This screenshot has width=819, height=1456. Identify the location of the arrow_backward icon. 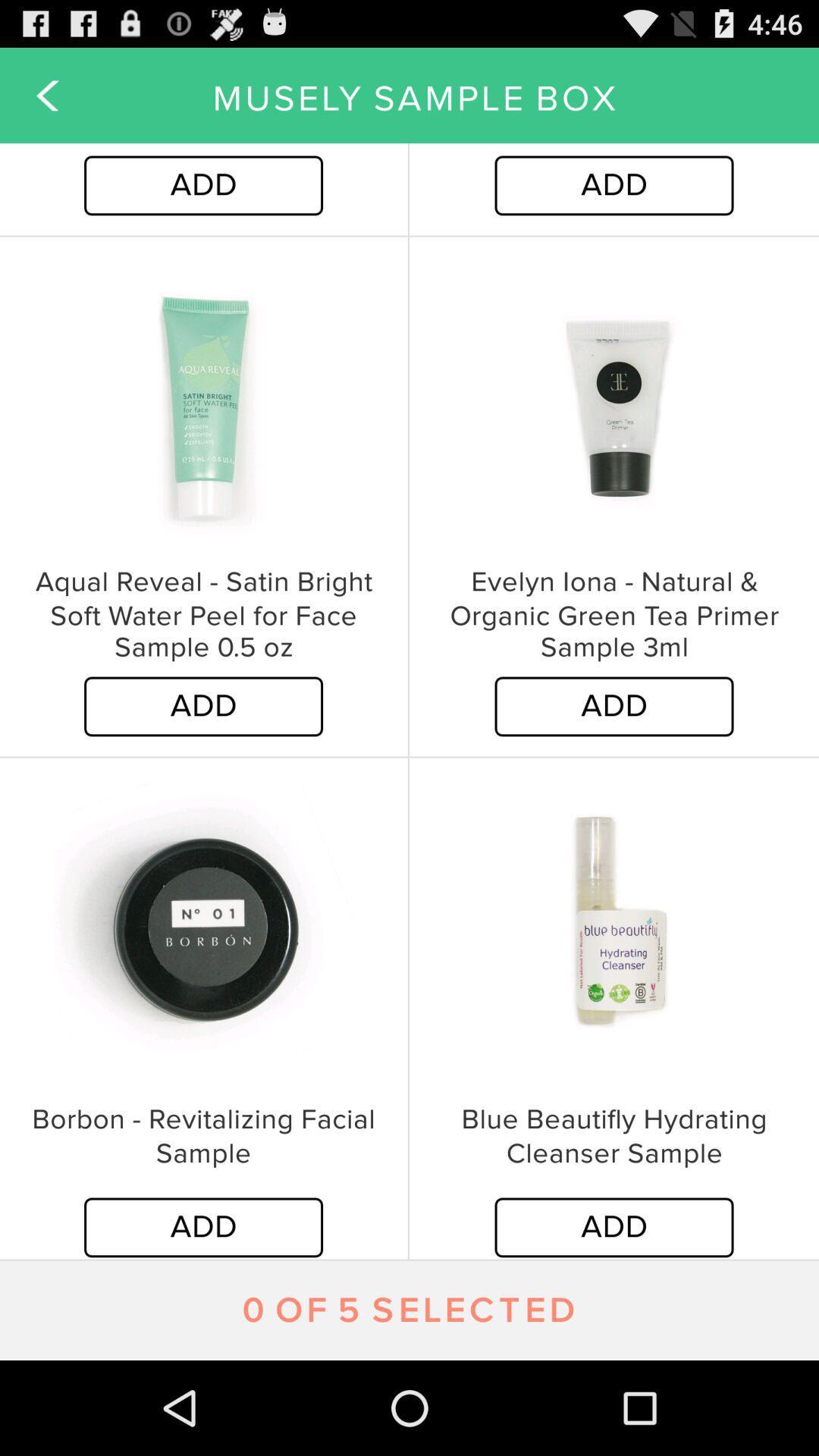
(46, 101).